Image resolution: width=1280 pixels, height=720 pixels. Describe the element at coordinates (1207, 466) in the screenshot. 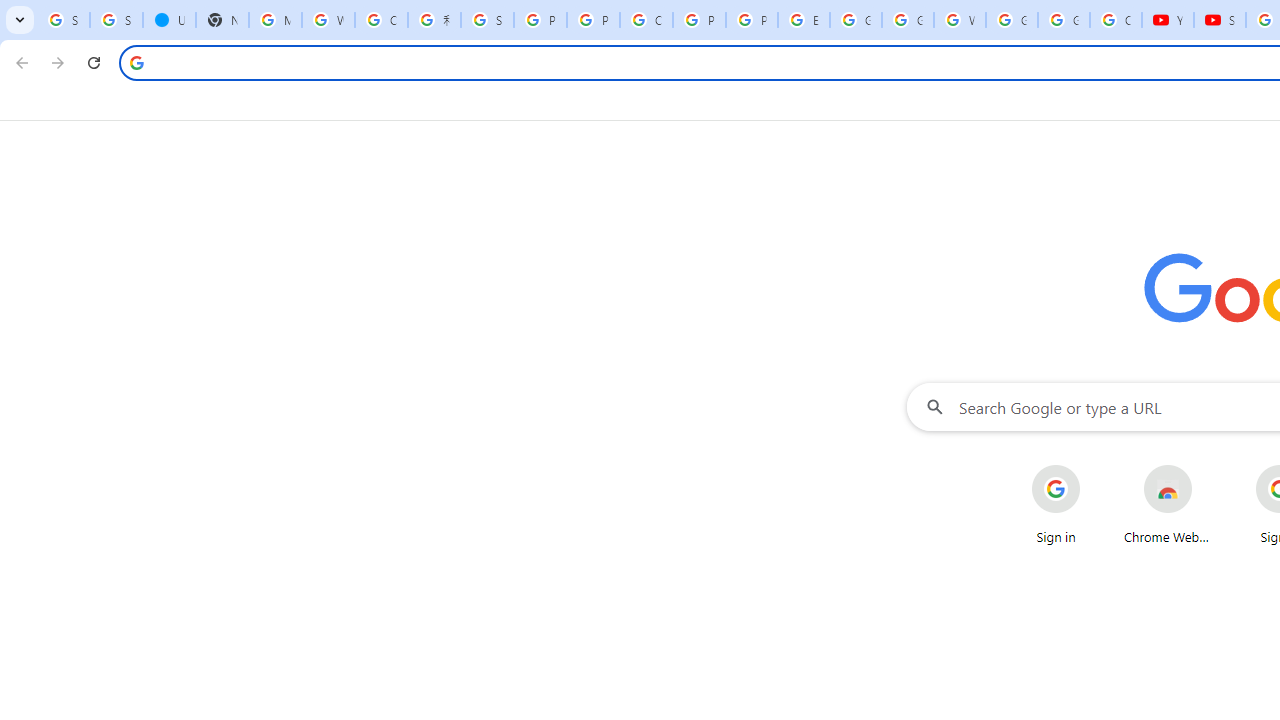

I see `'More actions for Chrome Web Store shortcut'` at that location.